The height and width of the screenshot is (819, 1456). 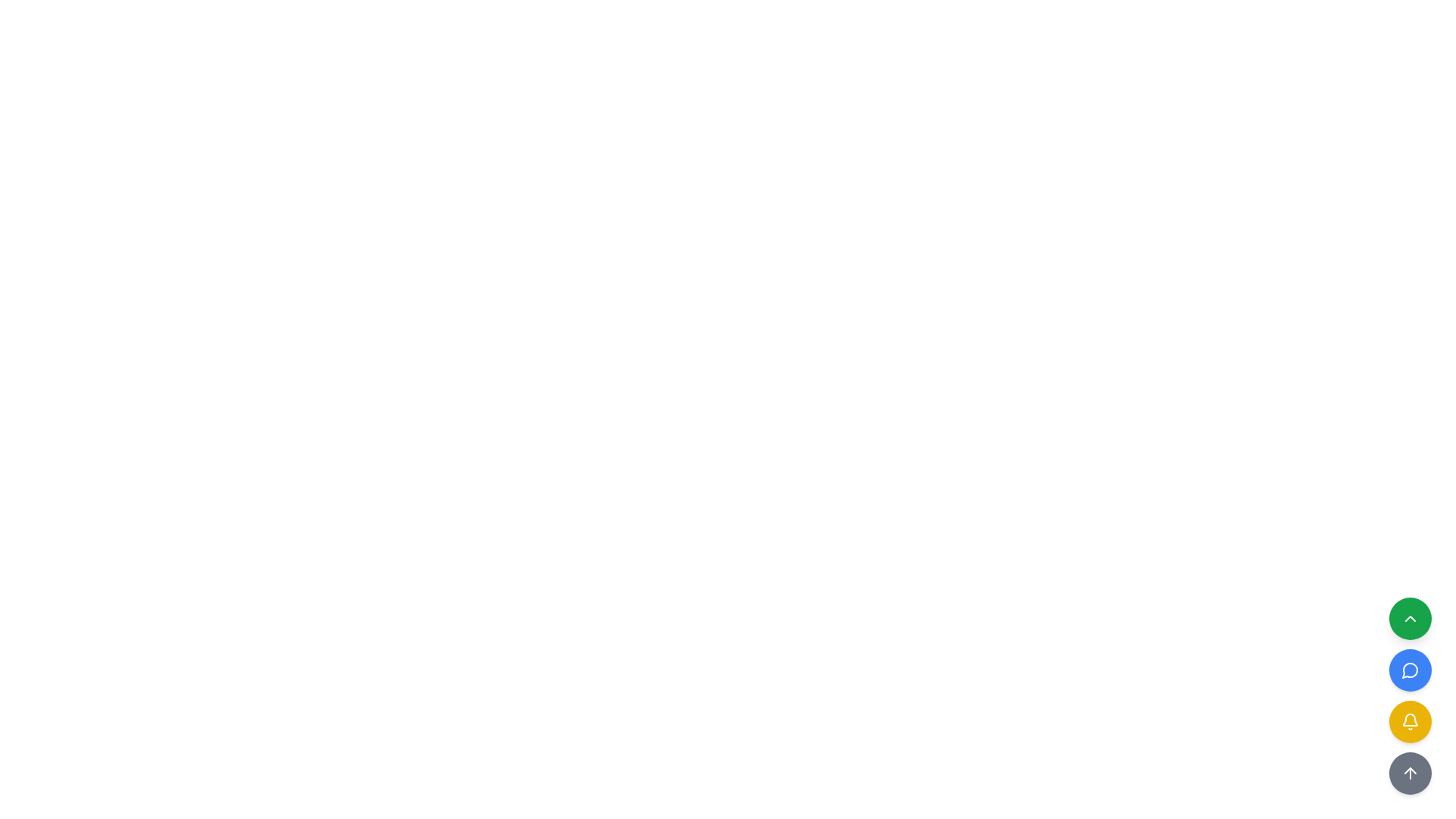 I want to click on the lower portion of the bell icon, which is part of a notification feature, so click(x=1410, y=718).